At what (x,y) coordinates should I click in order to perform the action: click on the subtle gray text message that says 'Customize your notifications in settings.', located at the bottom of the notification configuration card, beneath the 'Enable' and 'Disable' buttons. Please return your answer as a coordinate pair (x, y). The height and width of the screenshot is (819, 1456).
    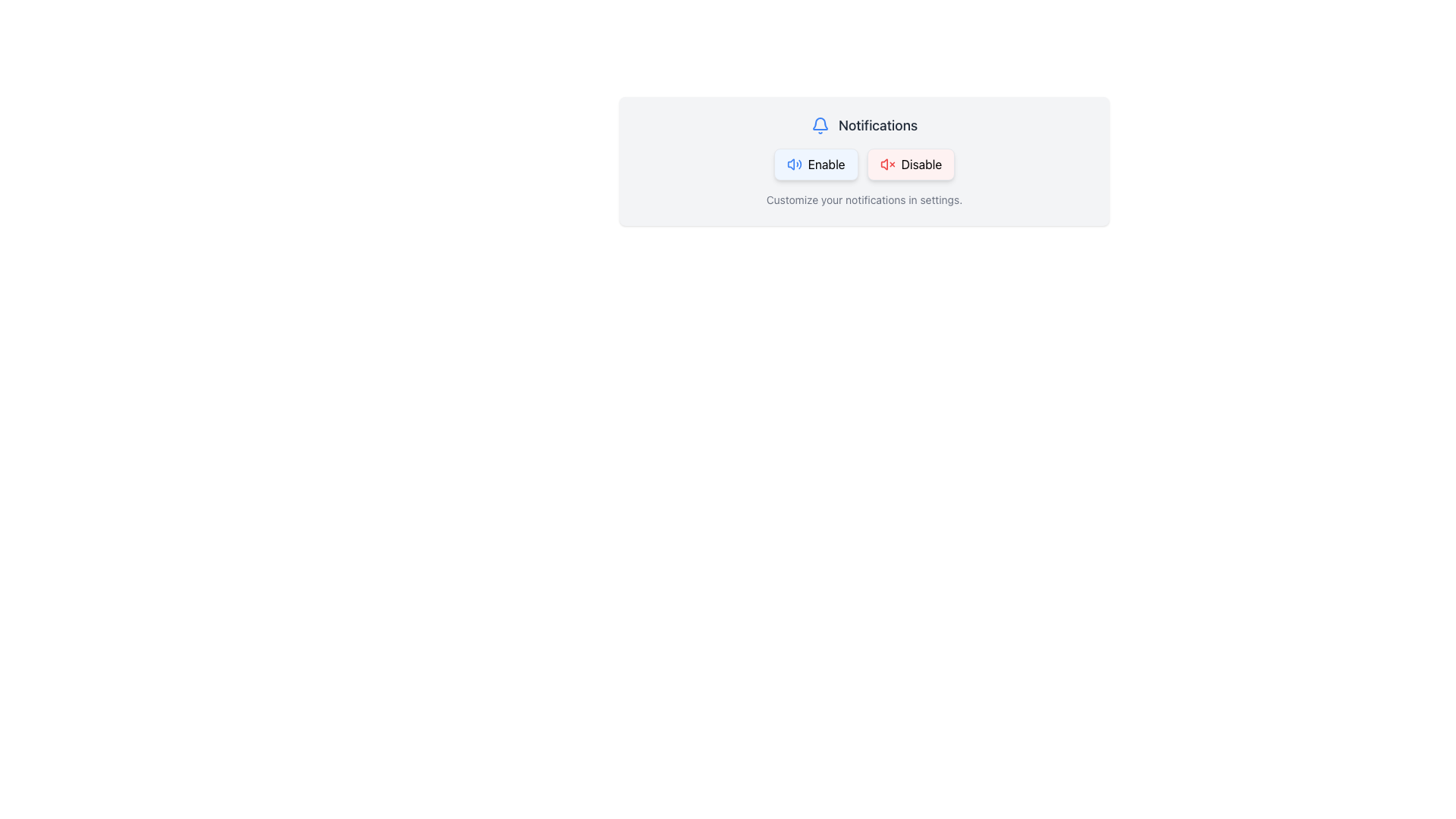
    Looking at the image, I should click on (864, 199).